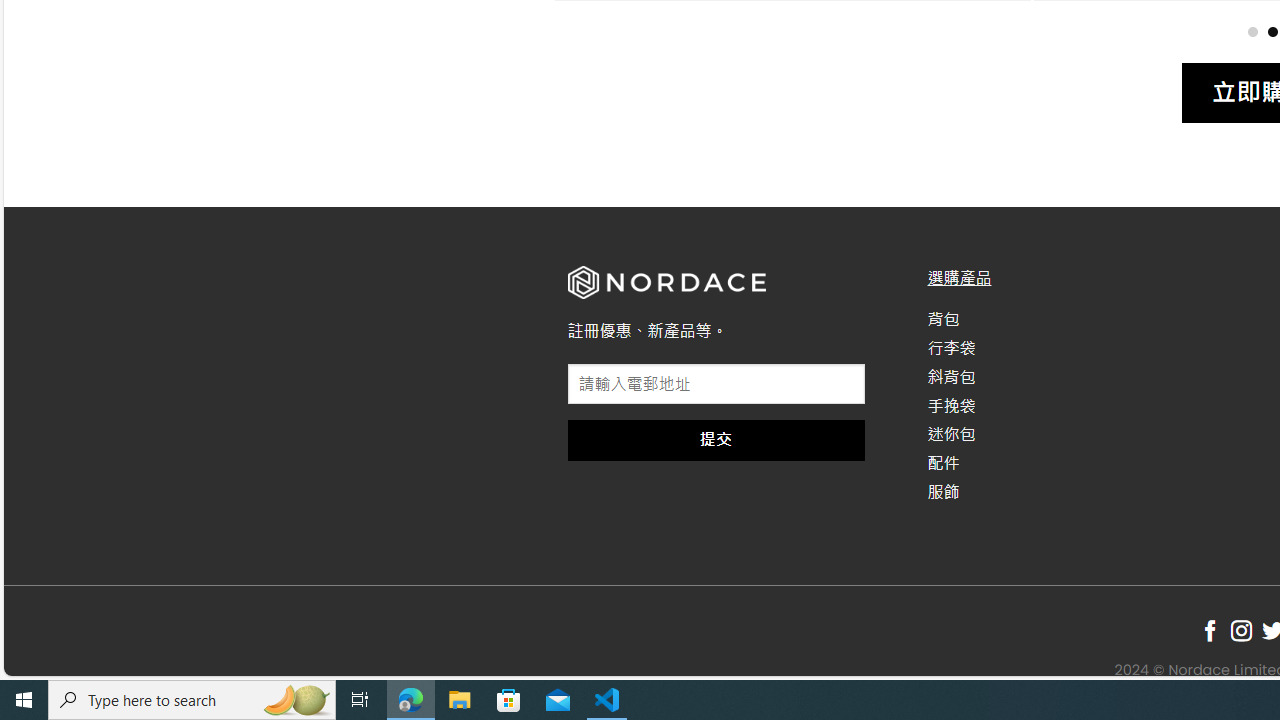 The width and height of the screenshot is (1280, 720). Describe the element at coordinates (1271, 31) in the screenshot. I see `'Page dot 2'` at that location.